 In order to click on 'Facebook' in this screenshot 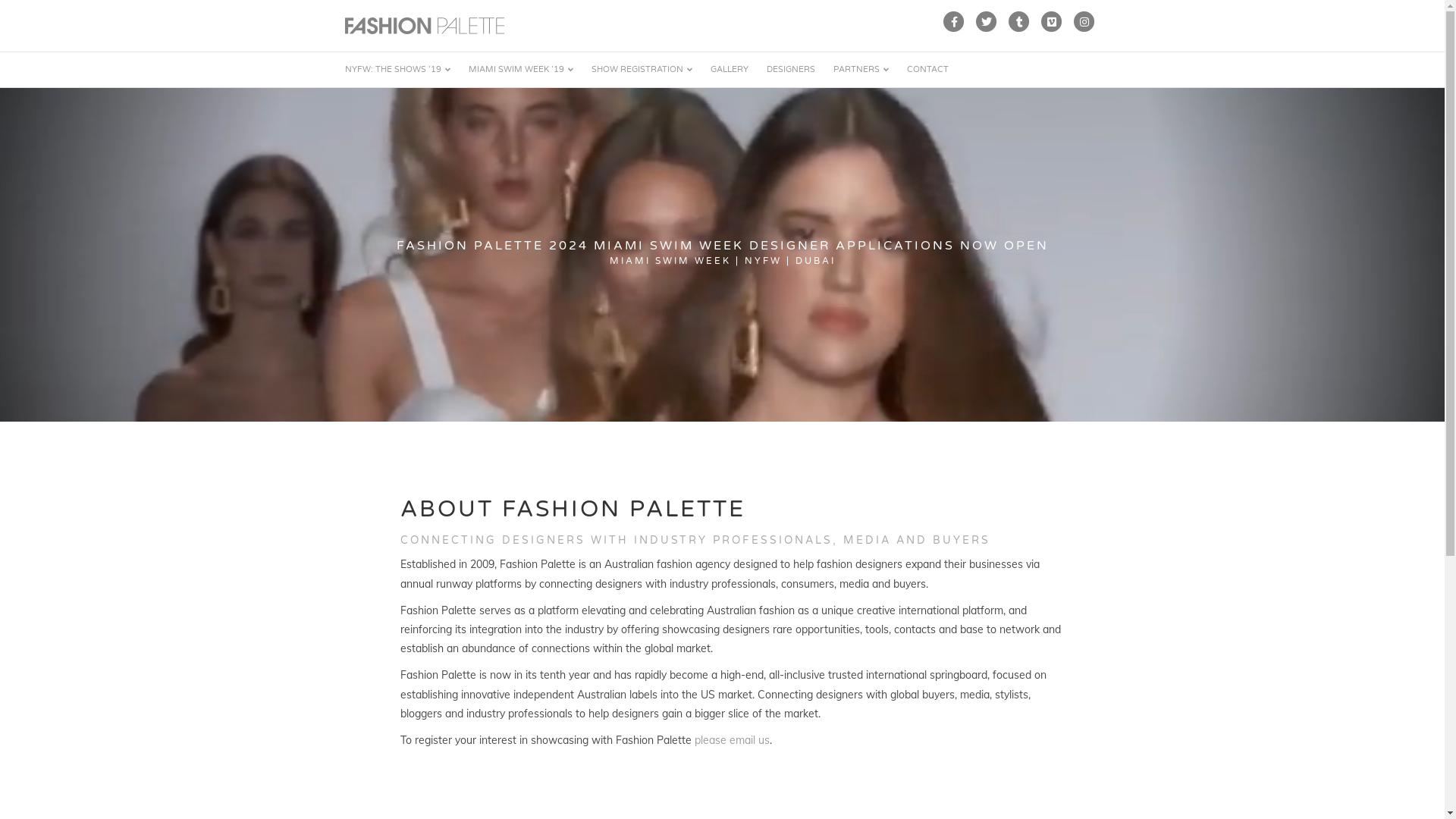, I will do `click(952, 22)`.